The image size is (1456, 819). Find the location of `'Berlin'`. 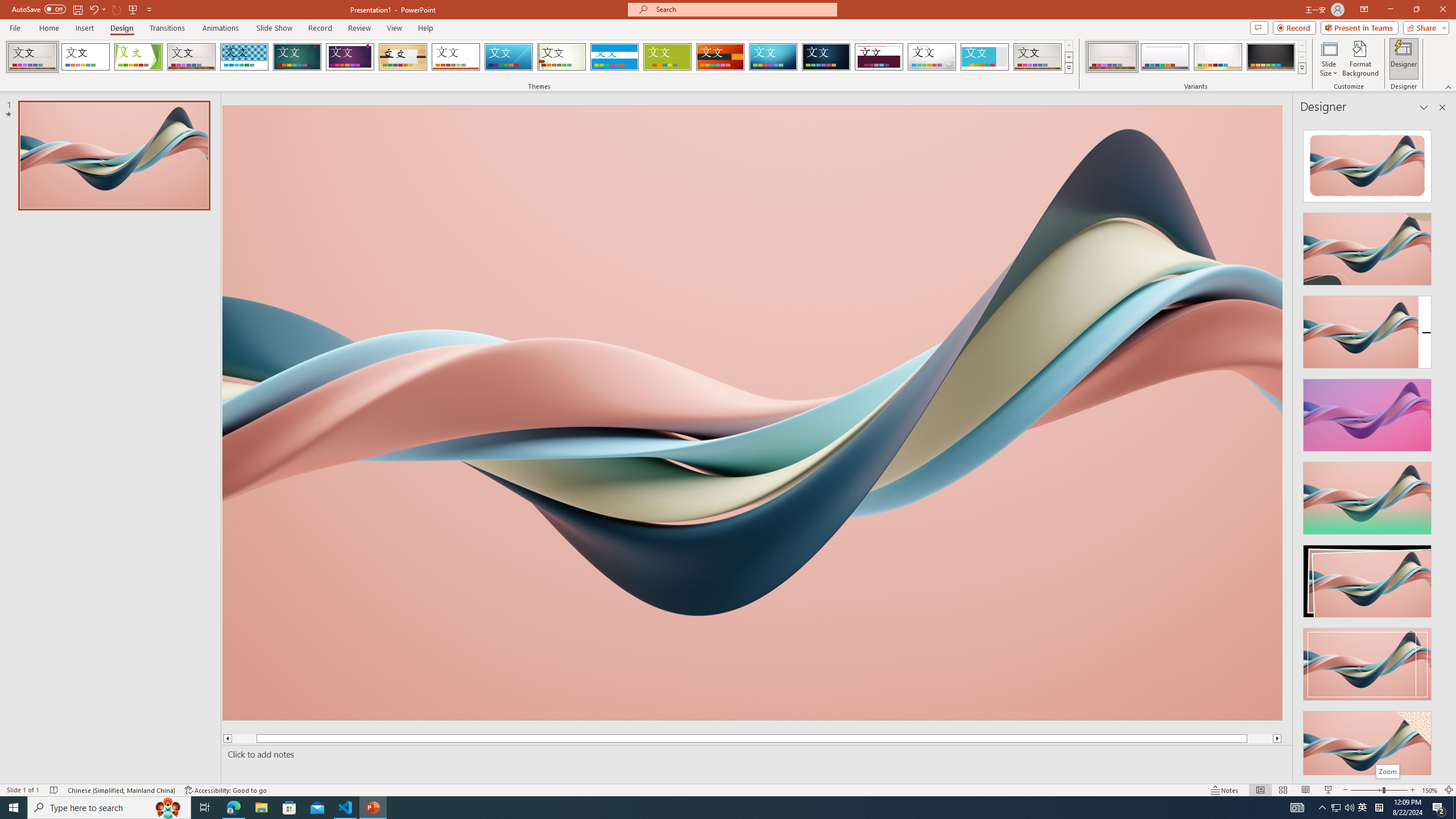

'Berlin' is located at coordinates (721, 56).